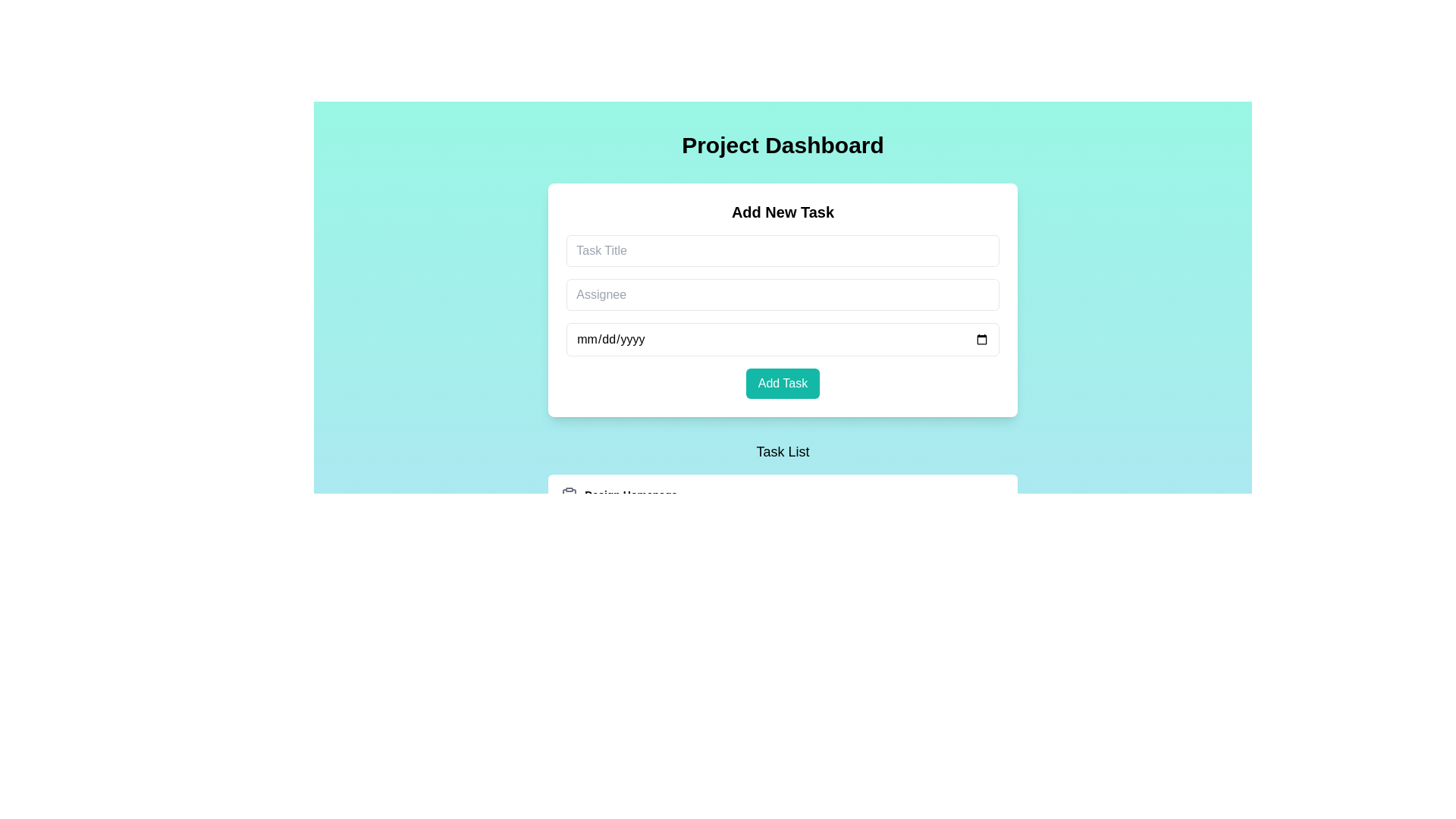 Image resolution: width=1456 pixels, height=819 pixels. Describe the element at coordinates (569, 497) in the screenshot. I see `the clipboard icon located beside the task title in the 'Task List' section of the dashboard` at that location.